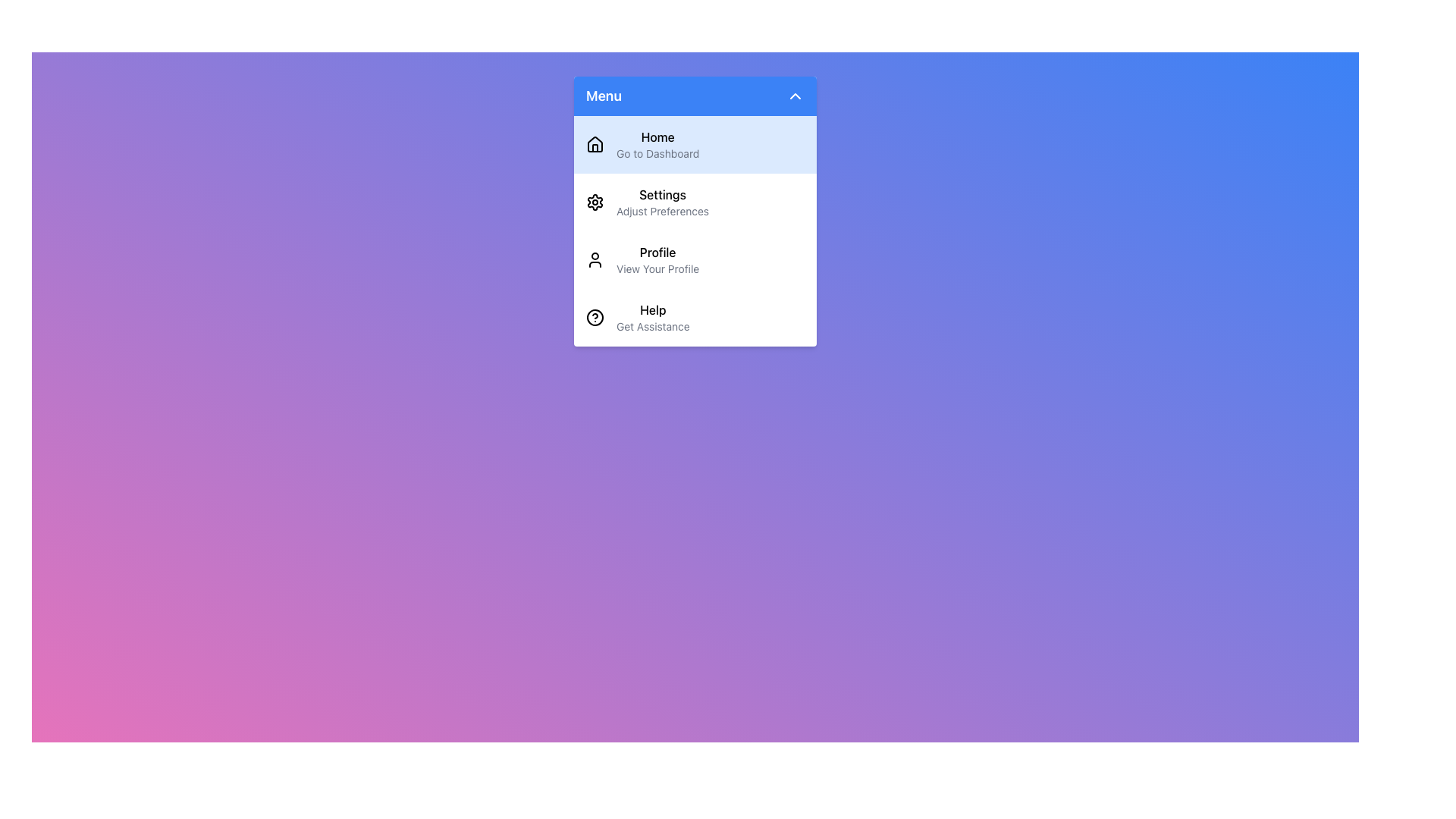 The height and width of the screenshot is (819, 1456). I want to click on the 'Menu' button located at the top of the drop-down menu, so click(694, 96).